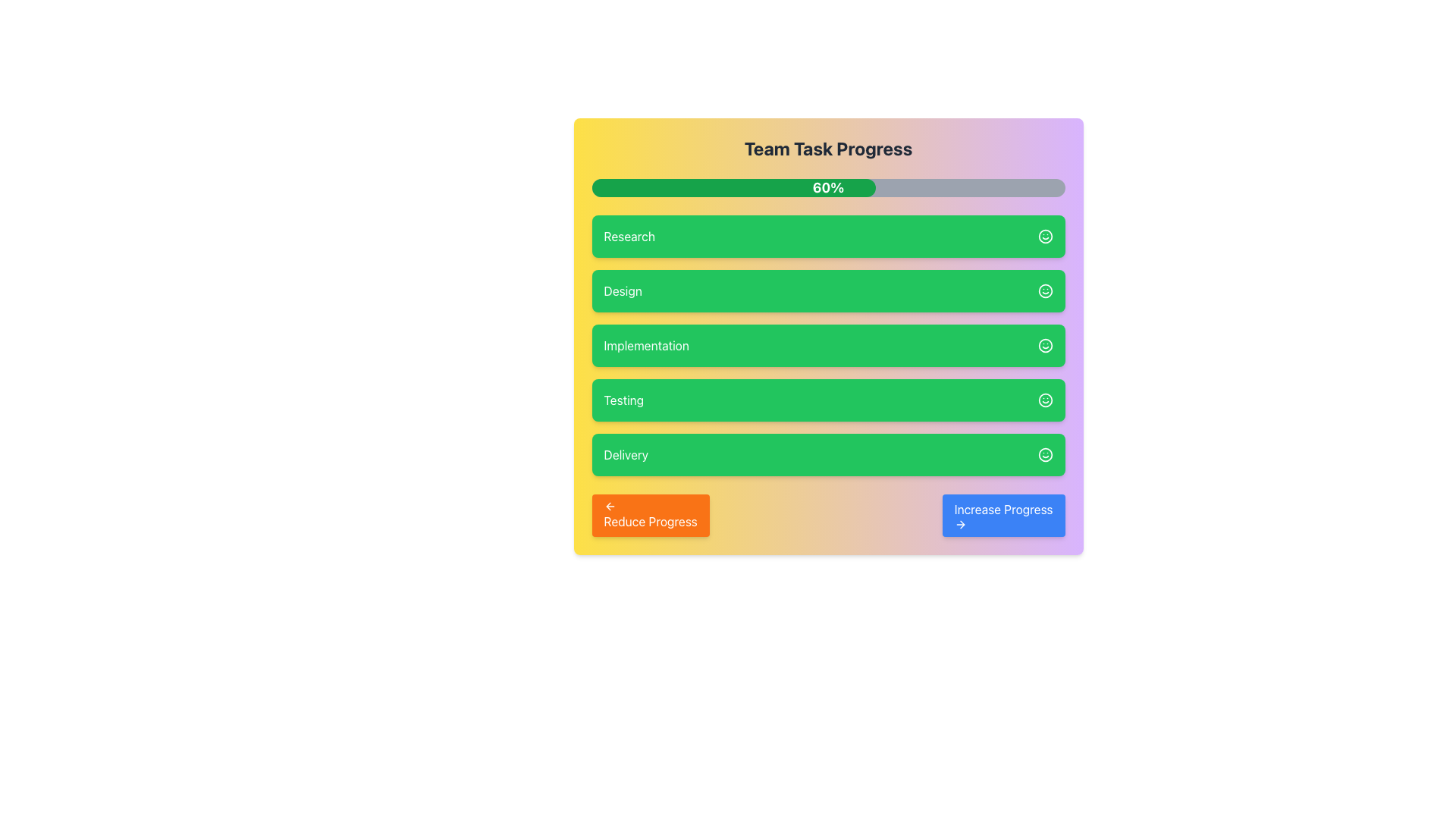 This screenshot has width=1456, height=819. Describe the element at coordinates (1044, 345) in the screenshot. I see `the outer circular shape of the smiley face icon located to the right of the 'Implementation' task line in the task list interface` at that location.